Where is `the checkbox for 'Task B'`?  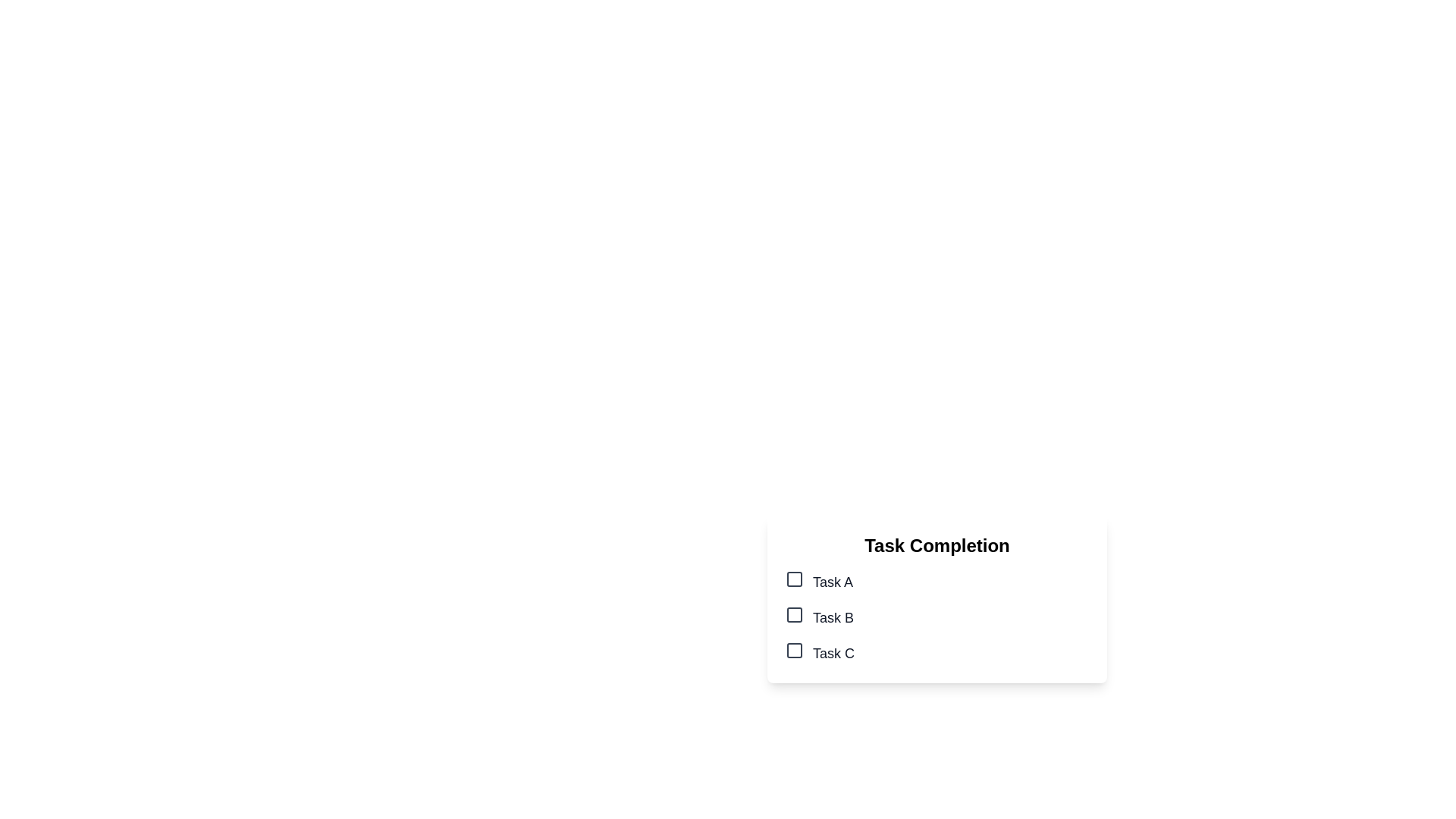 the checkbox for 'Task B' is located at coordinates (793, 617).